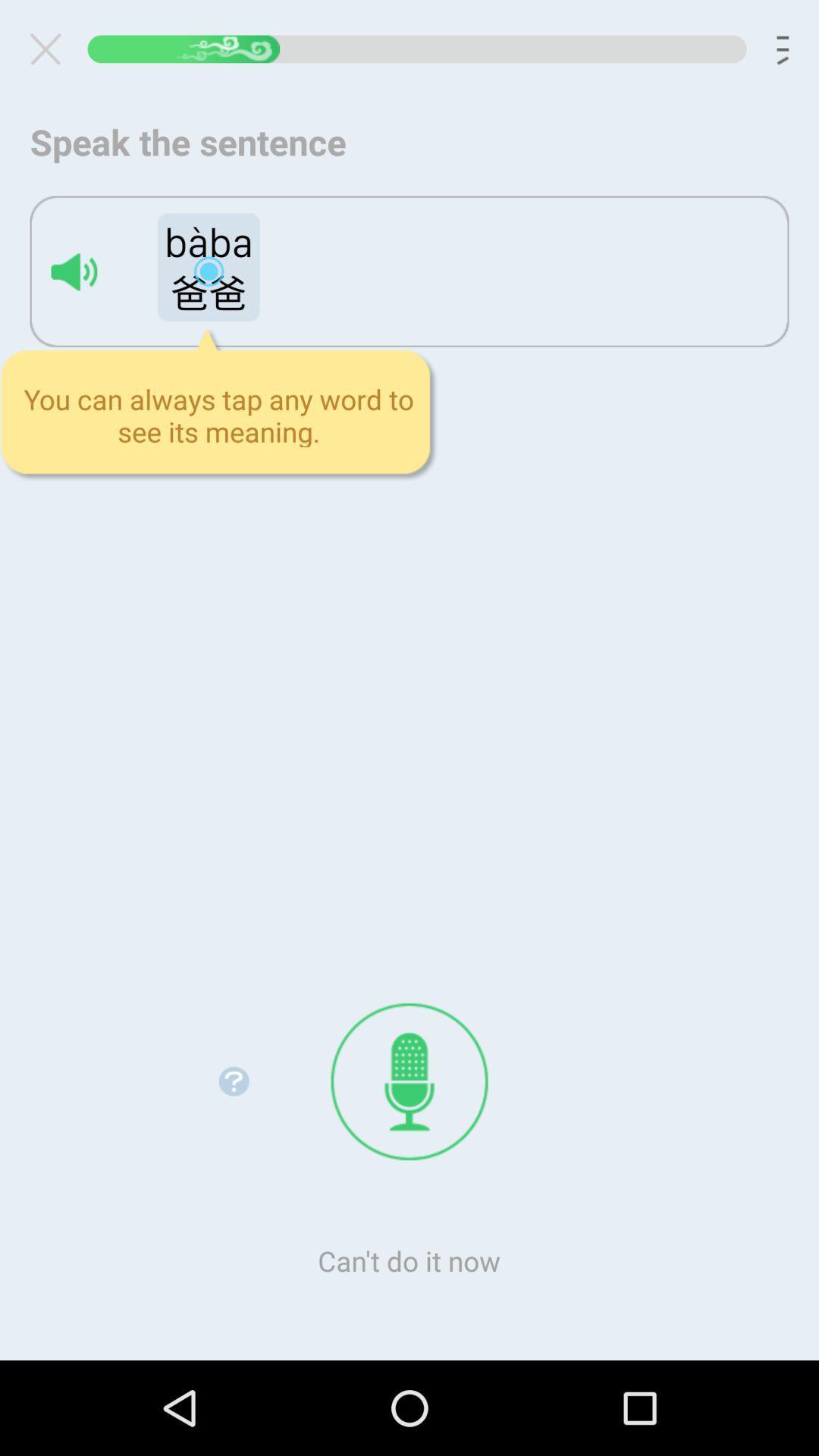  Describe the element at coordinates (409, 1081) in the screenshot. I see `mic button` at that location.